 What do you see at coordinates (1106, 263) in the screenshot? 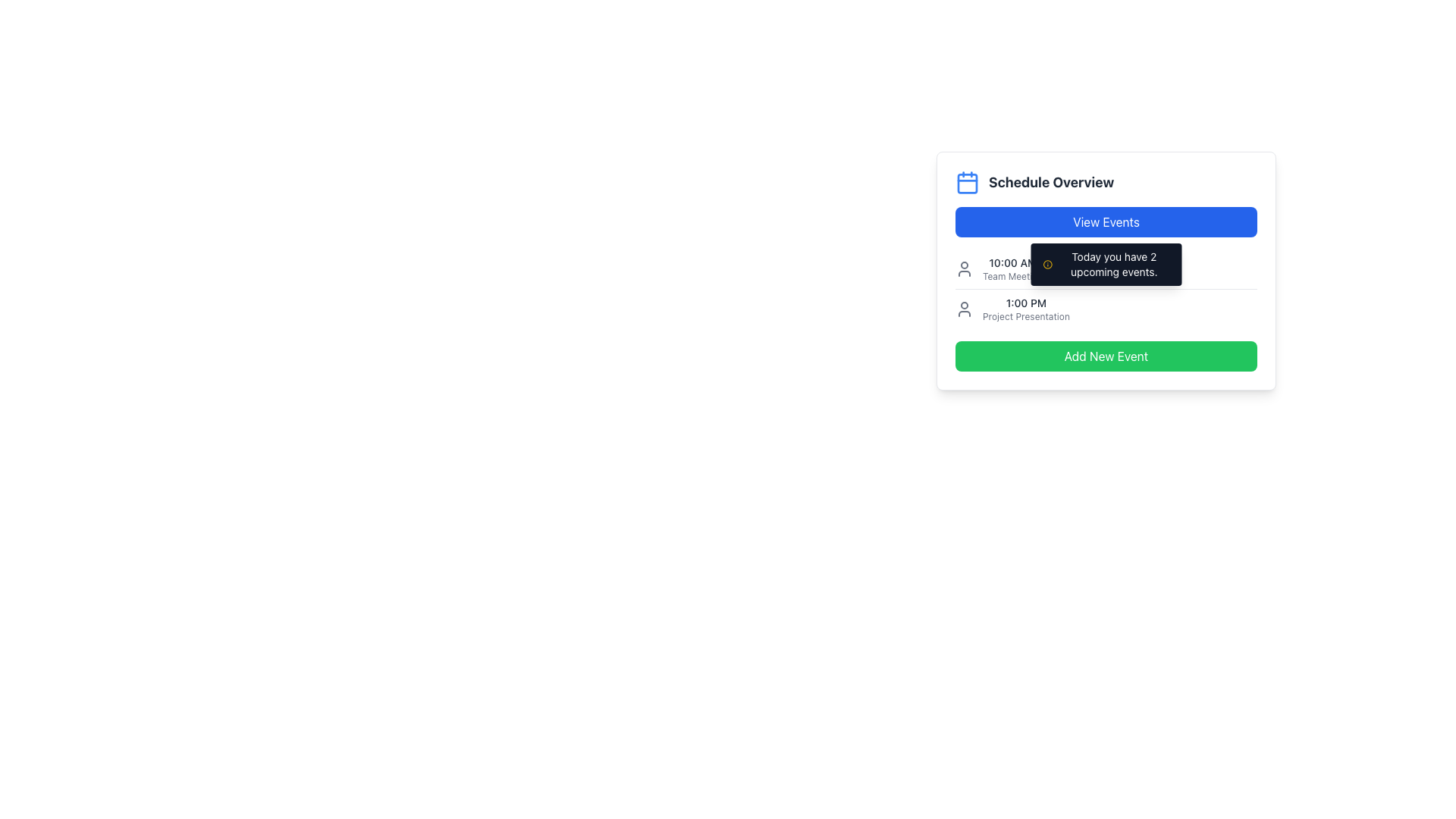
I see `the informational text indicating 'Today you have 2 upcoming events.' which is displayed in white font against a dark background, located centrally beneath the blue 'View Events' button` at bounding box center [1106, 263].